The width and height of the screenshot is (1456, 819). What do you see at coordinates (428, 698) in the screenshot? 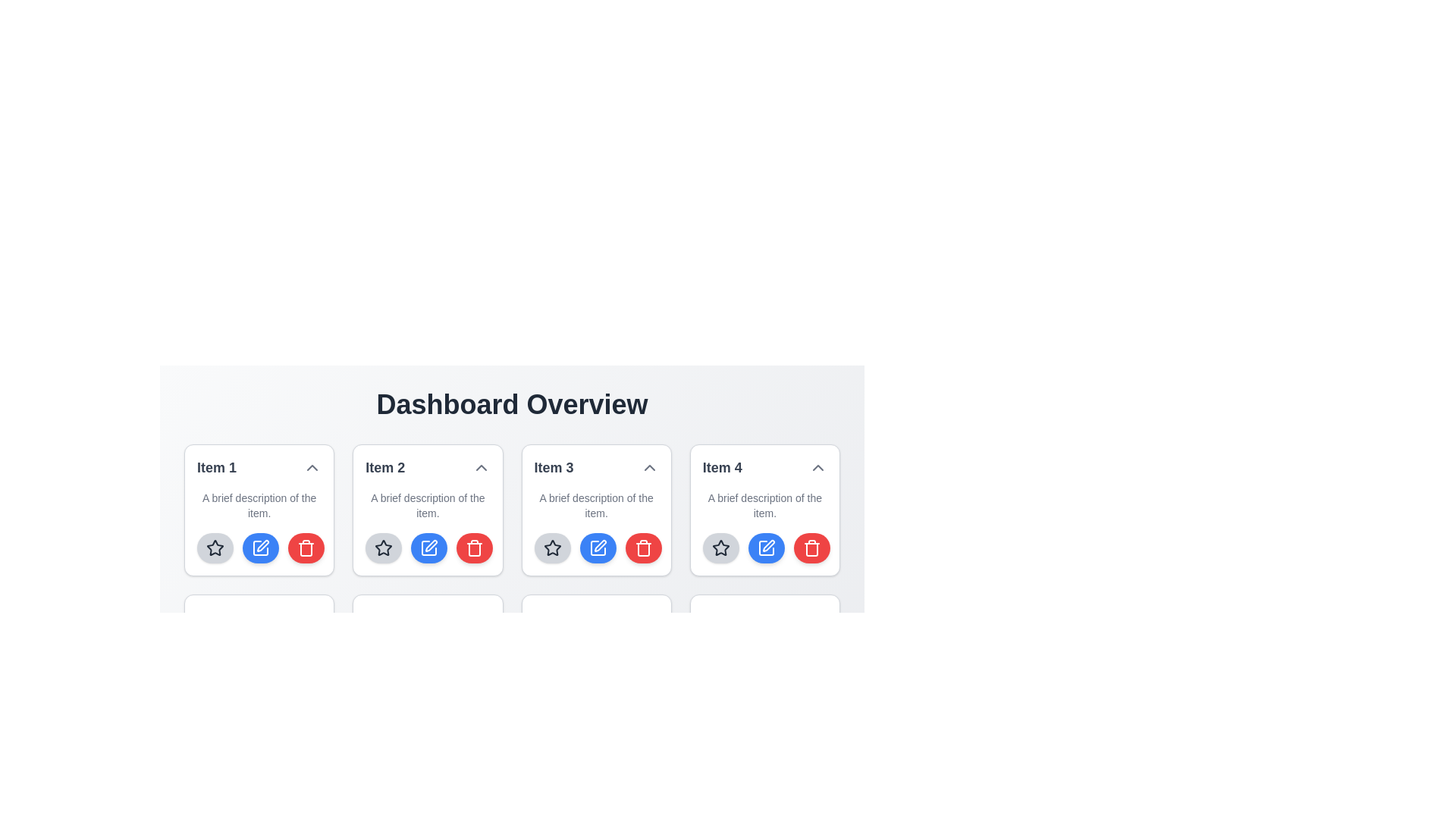
I see `the edit button located between the gray star icon and the red trash can icon to initiate editing` at bounding box center [428, 698].